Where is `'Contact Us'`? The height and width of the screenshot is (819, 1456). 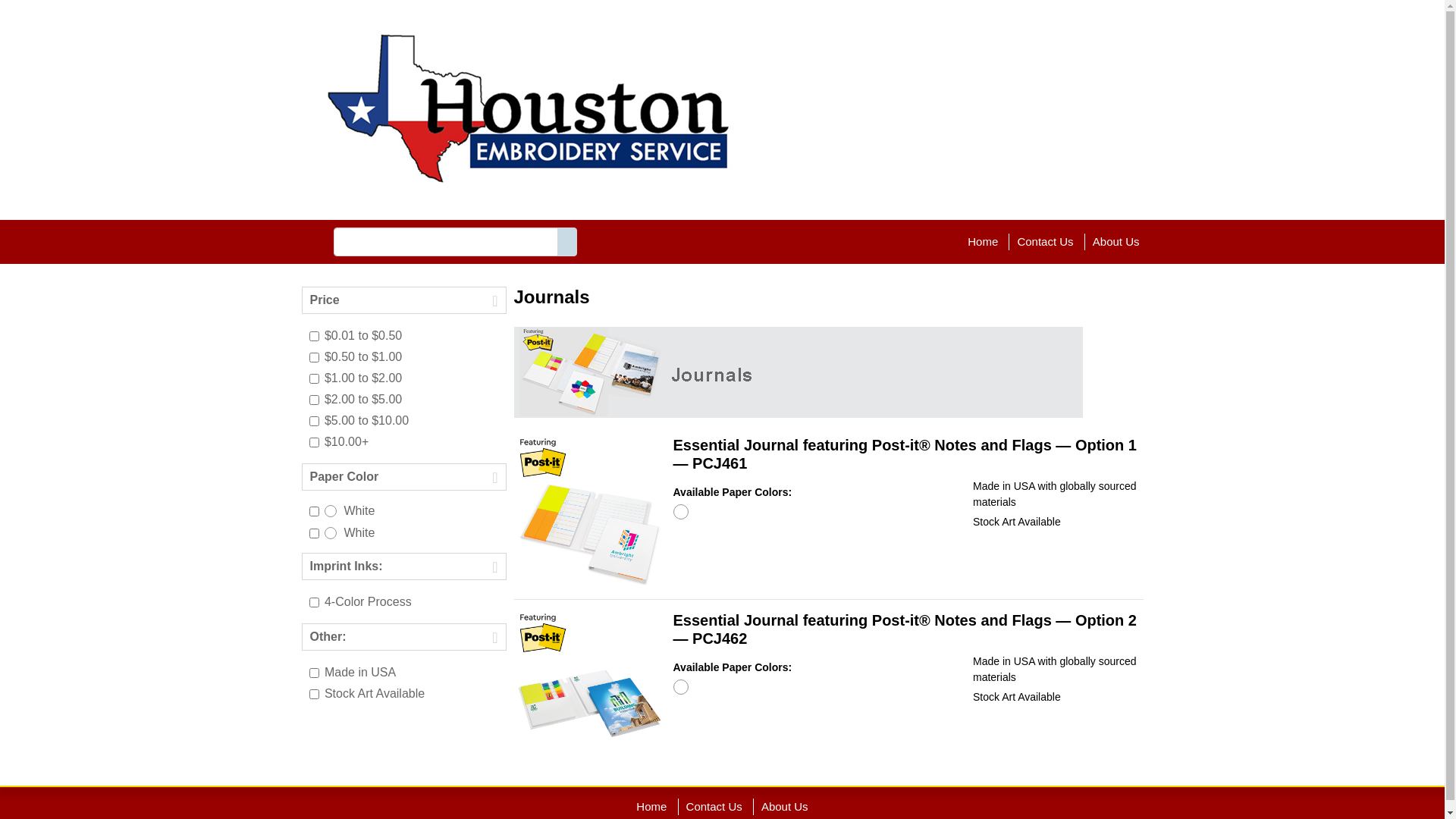 'Contact Us' is located at coordinates (1043, 240).